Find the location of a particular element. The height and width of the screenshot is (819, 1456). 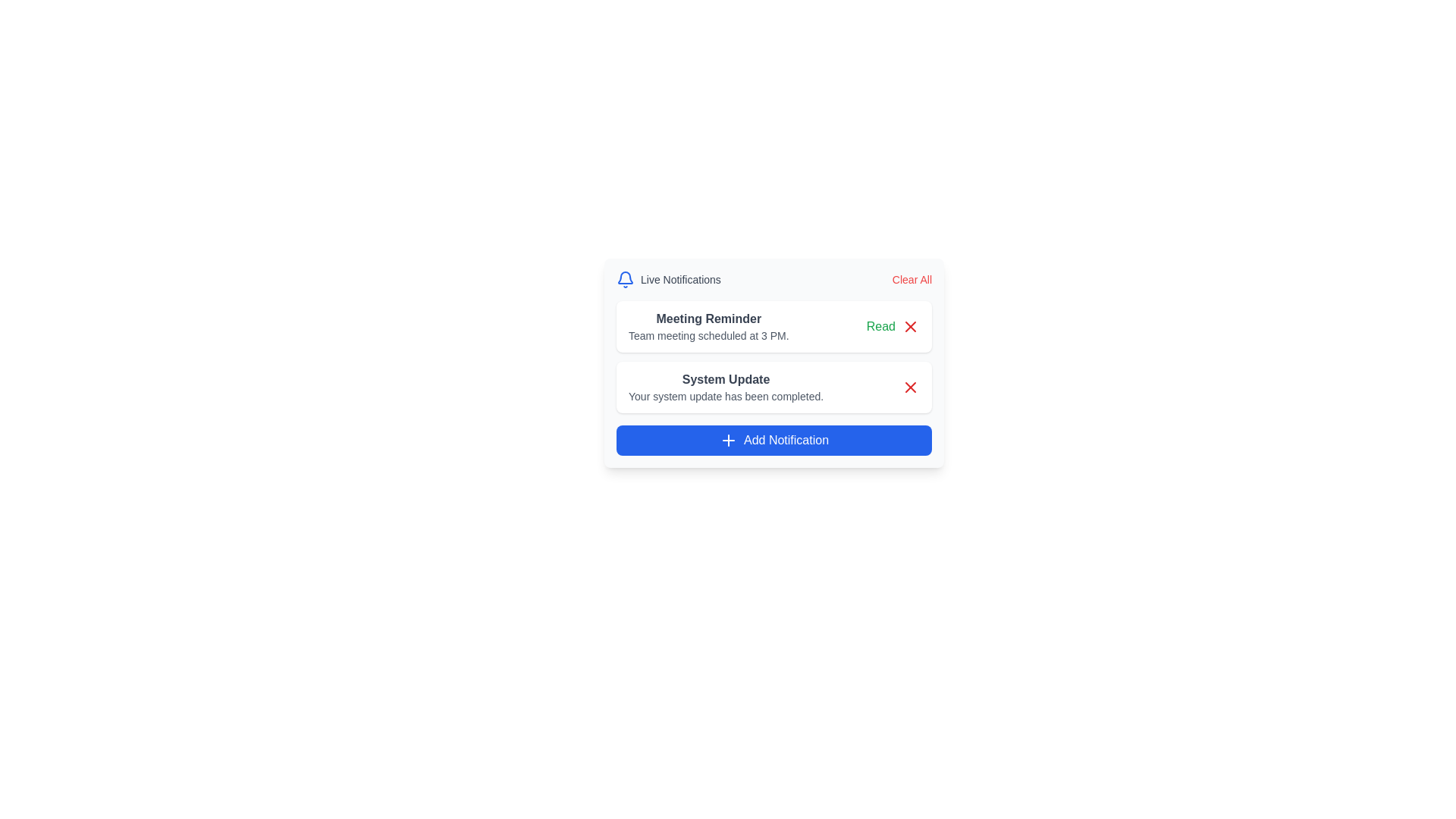

the static text element displaying 'Your system update has been completed.' which is positioned below the 'System Update' heading in the notification card is located at coordinates (725, 396).